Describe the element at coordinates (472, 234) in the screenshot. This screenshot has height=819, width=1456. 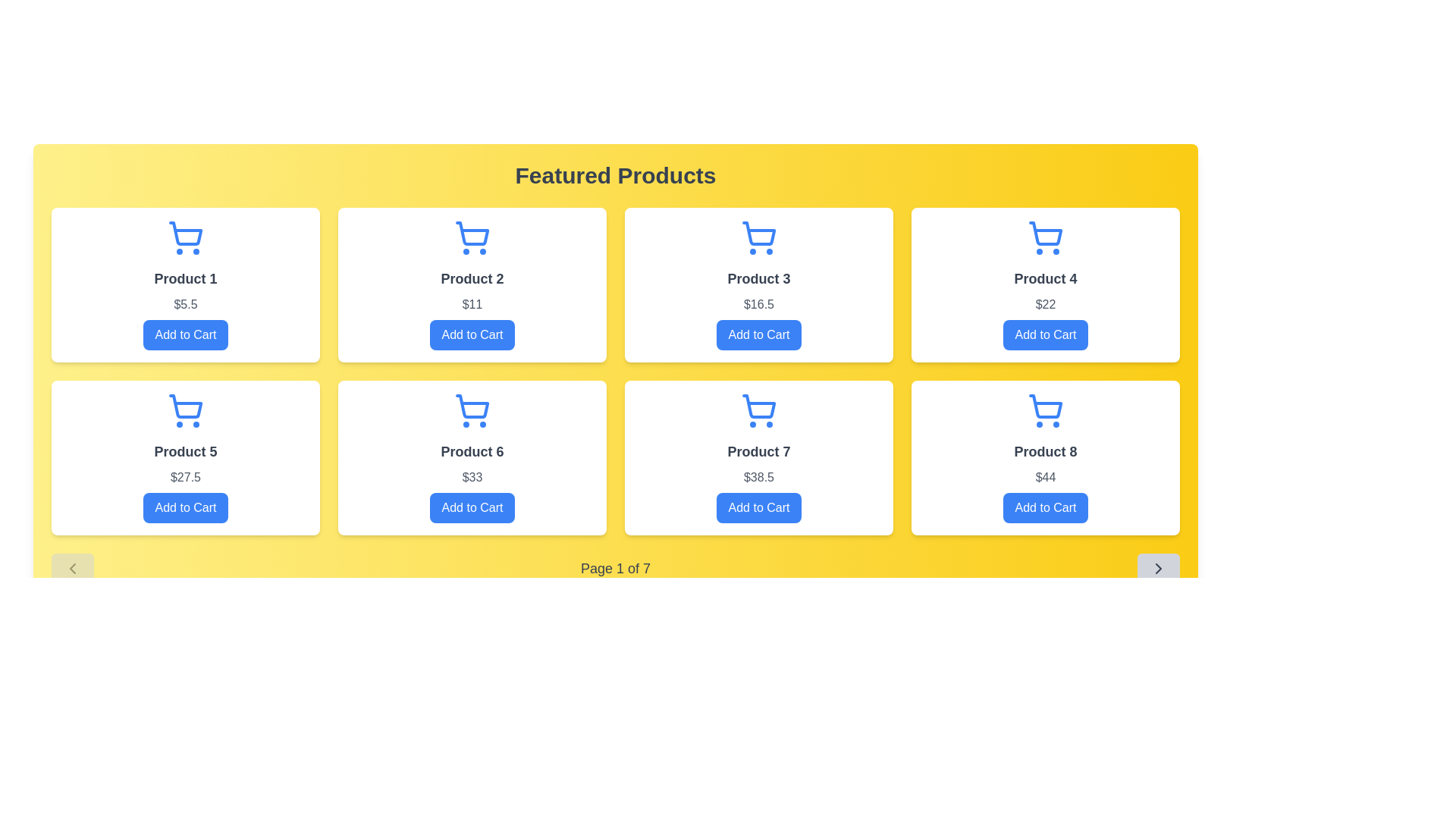
I see `the shopping cart icon, which is part of the product card for 'Product 2', located at the top center of the card with a blue outline style` at that location.